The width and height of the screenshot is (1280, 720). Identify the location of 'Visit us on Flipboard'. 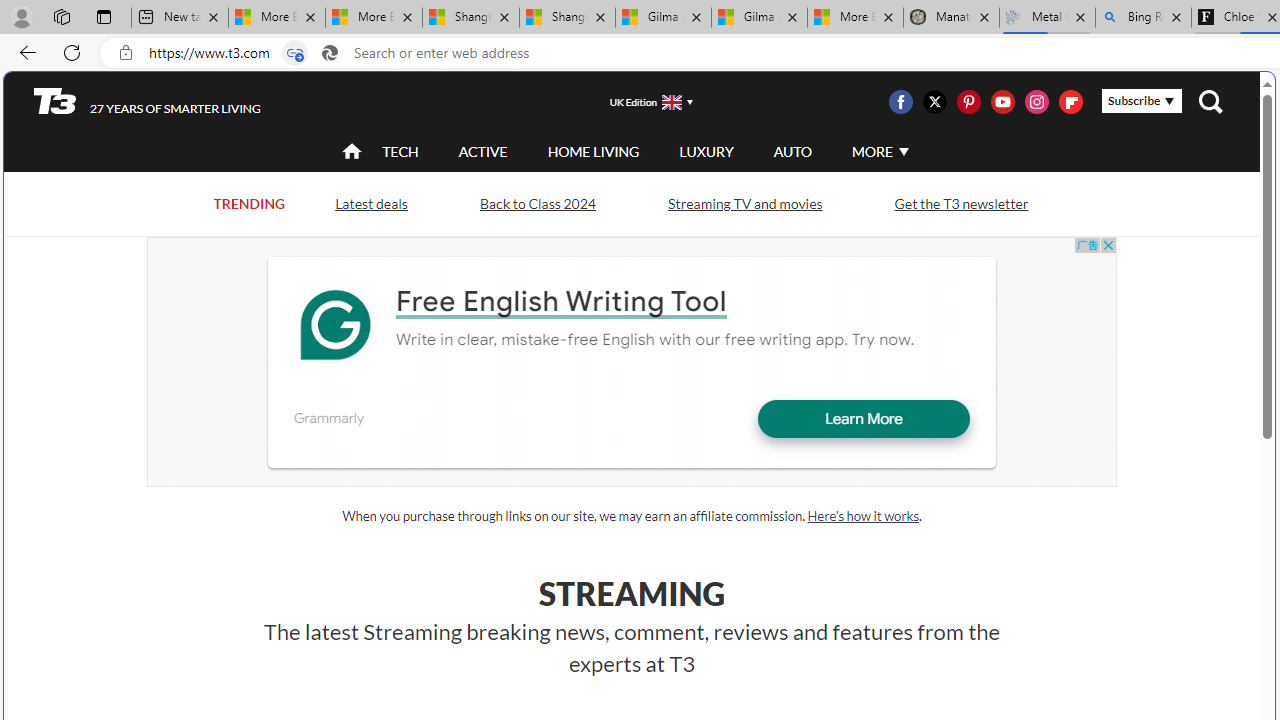
(1069, 101).